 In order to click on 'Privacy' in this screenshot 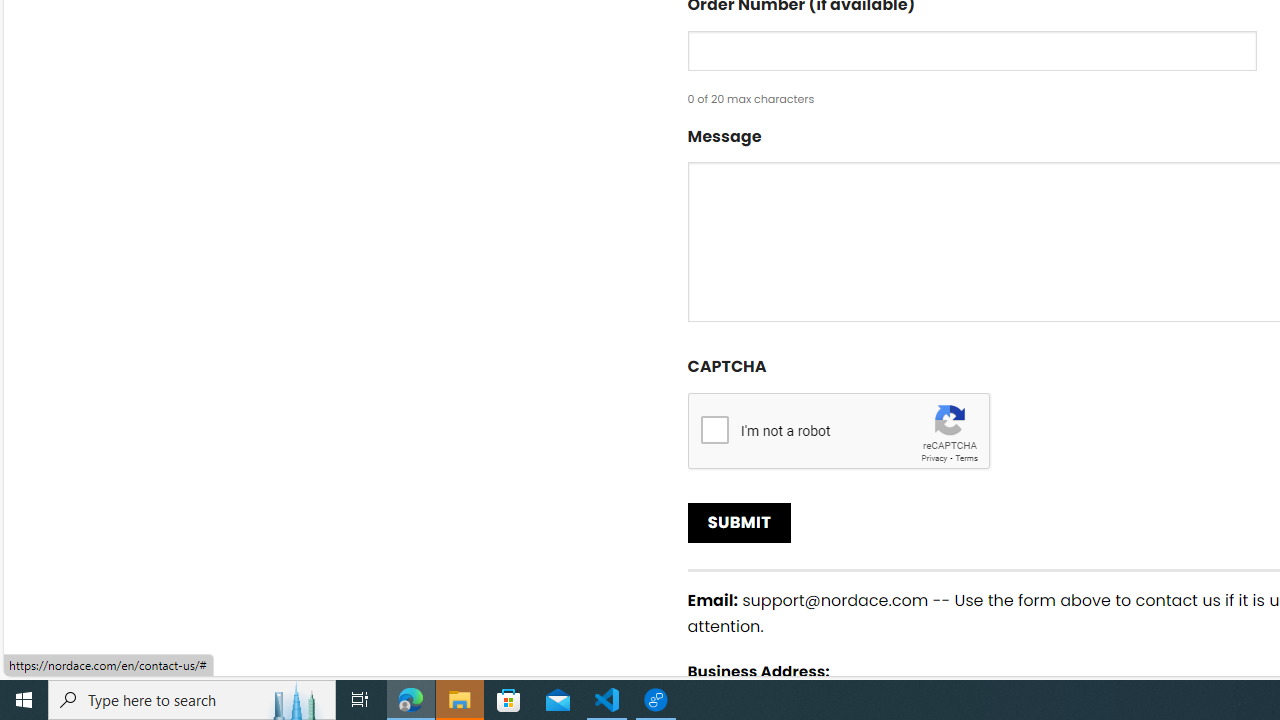, I will do `click(933, 457)`.